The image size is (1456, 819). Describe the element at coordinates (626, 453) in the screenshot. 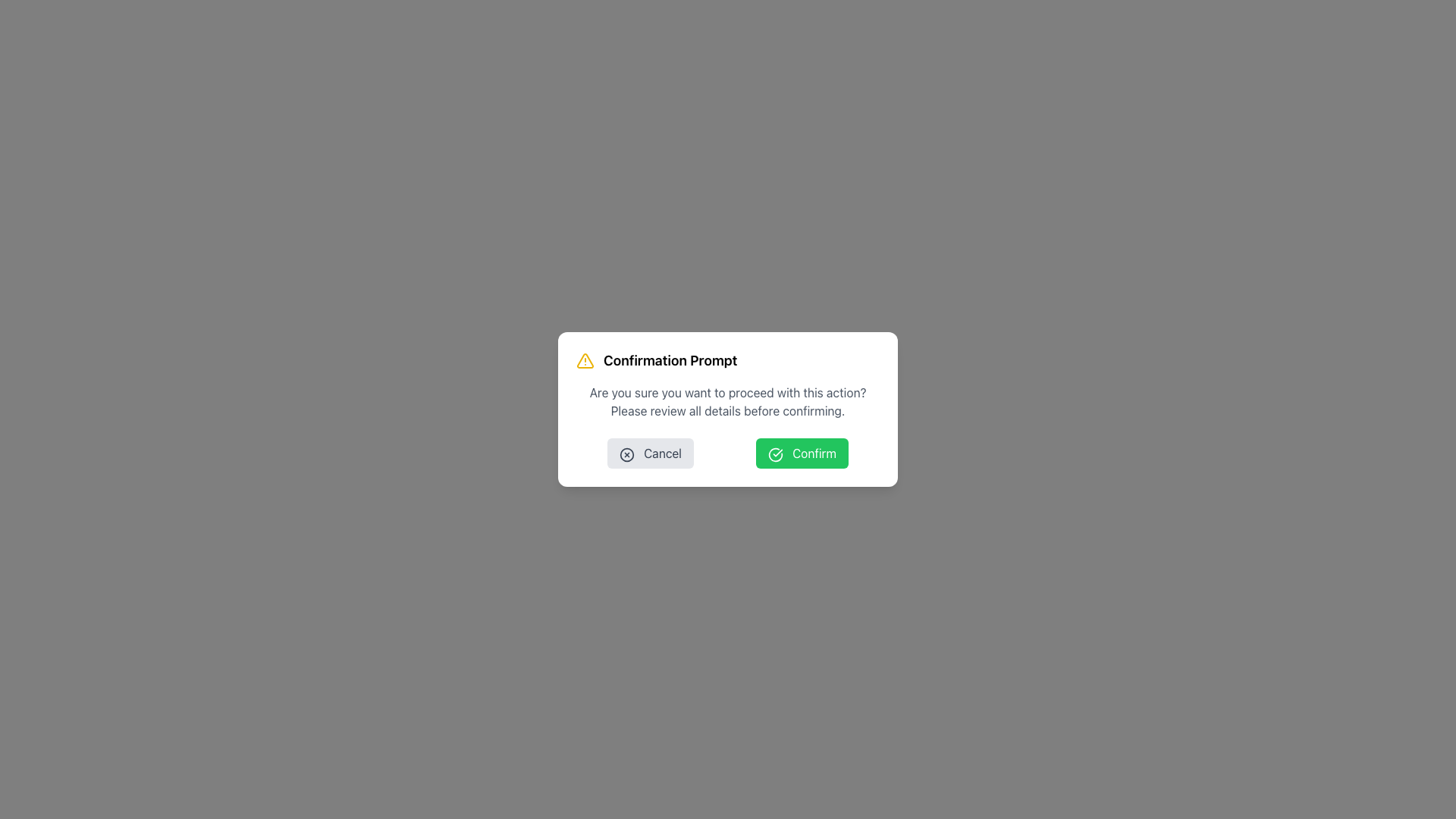

I see `the circular icon with a cross mark, which is located to the left of the Cancel button on the confirmation prompt` at that location.